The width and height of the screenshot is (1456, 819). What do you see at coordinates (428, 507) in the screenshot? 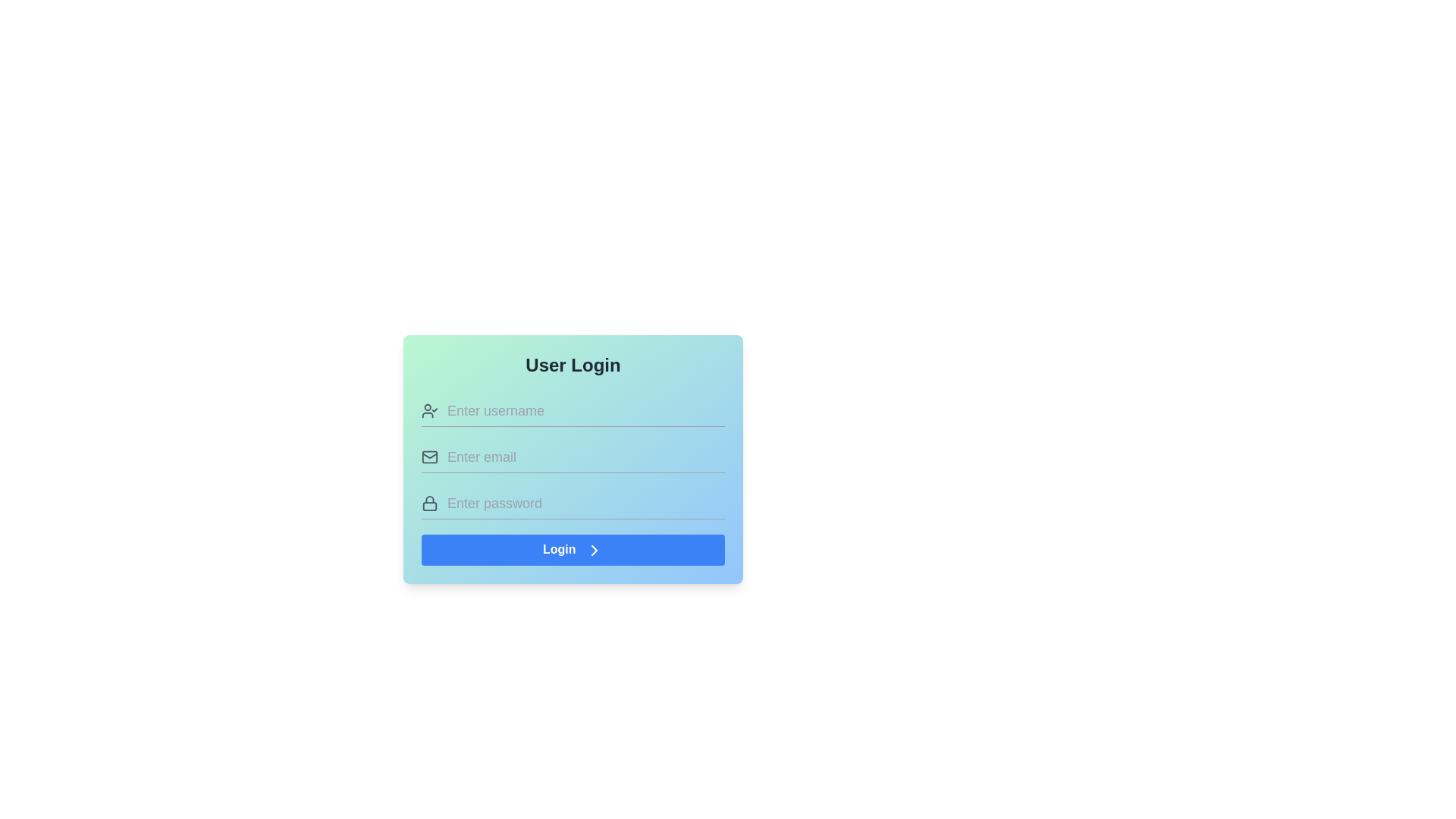
I see `the small rectangle located at the bottom part of the lock icon illustration adjacent to the password input field` at bounding box center [428, 507].